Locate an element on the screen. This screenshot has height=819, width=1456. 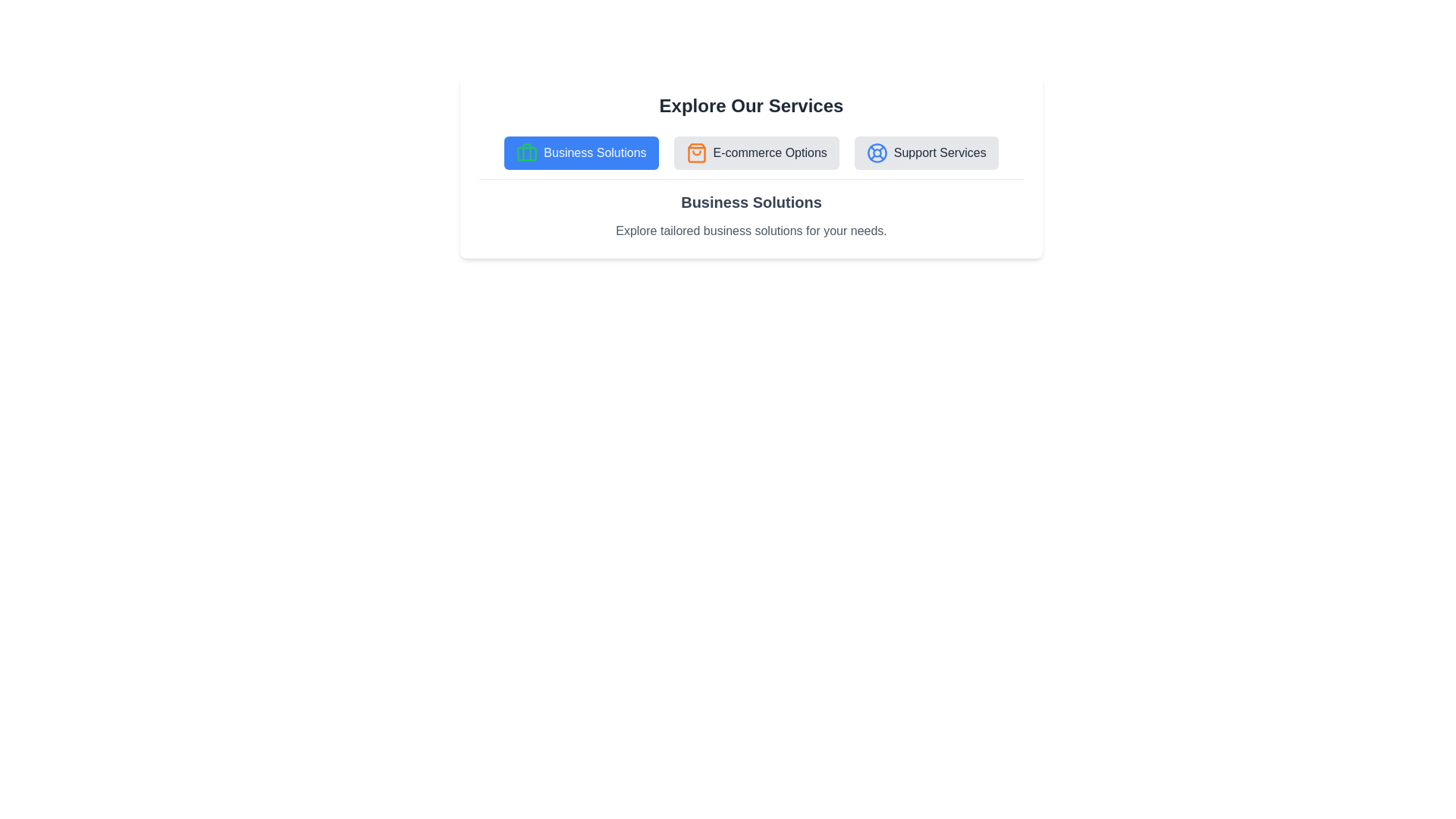
the icon associated with the tab E-commerce Options is located at coordinates (695, 152).